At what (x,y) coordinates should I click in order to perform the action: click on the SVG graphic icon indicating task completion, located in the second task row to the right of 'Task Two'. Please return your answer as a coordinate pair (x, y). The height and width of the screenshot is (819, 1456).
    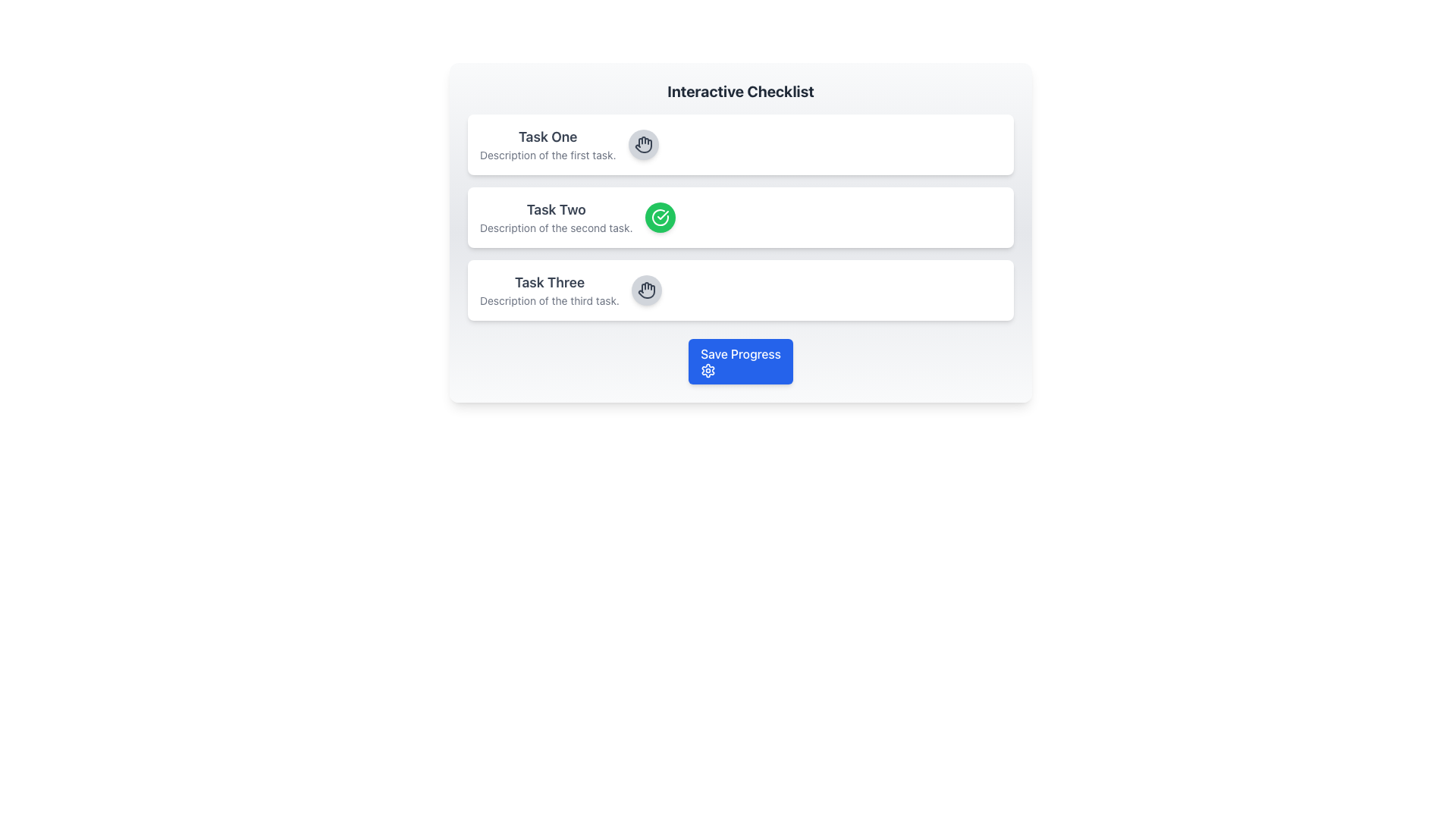
    Looking at the image, I should click on (660, 217).